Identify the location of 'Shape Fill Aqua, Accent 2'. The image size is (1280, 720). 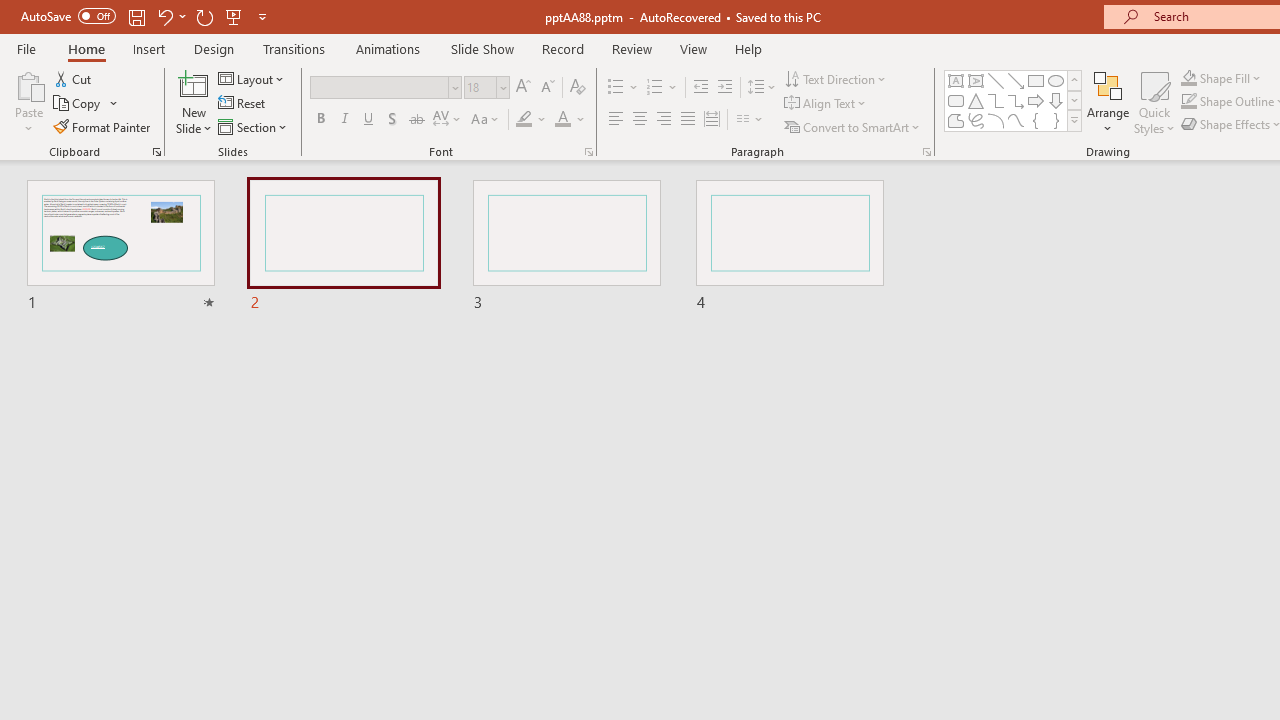
(1189, 77).